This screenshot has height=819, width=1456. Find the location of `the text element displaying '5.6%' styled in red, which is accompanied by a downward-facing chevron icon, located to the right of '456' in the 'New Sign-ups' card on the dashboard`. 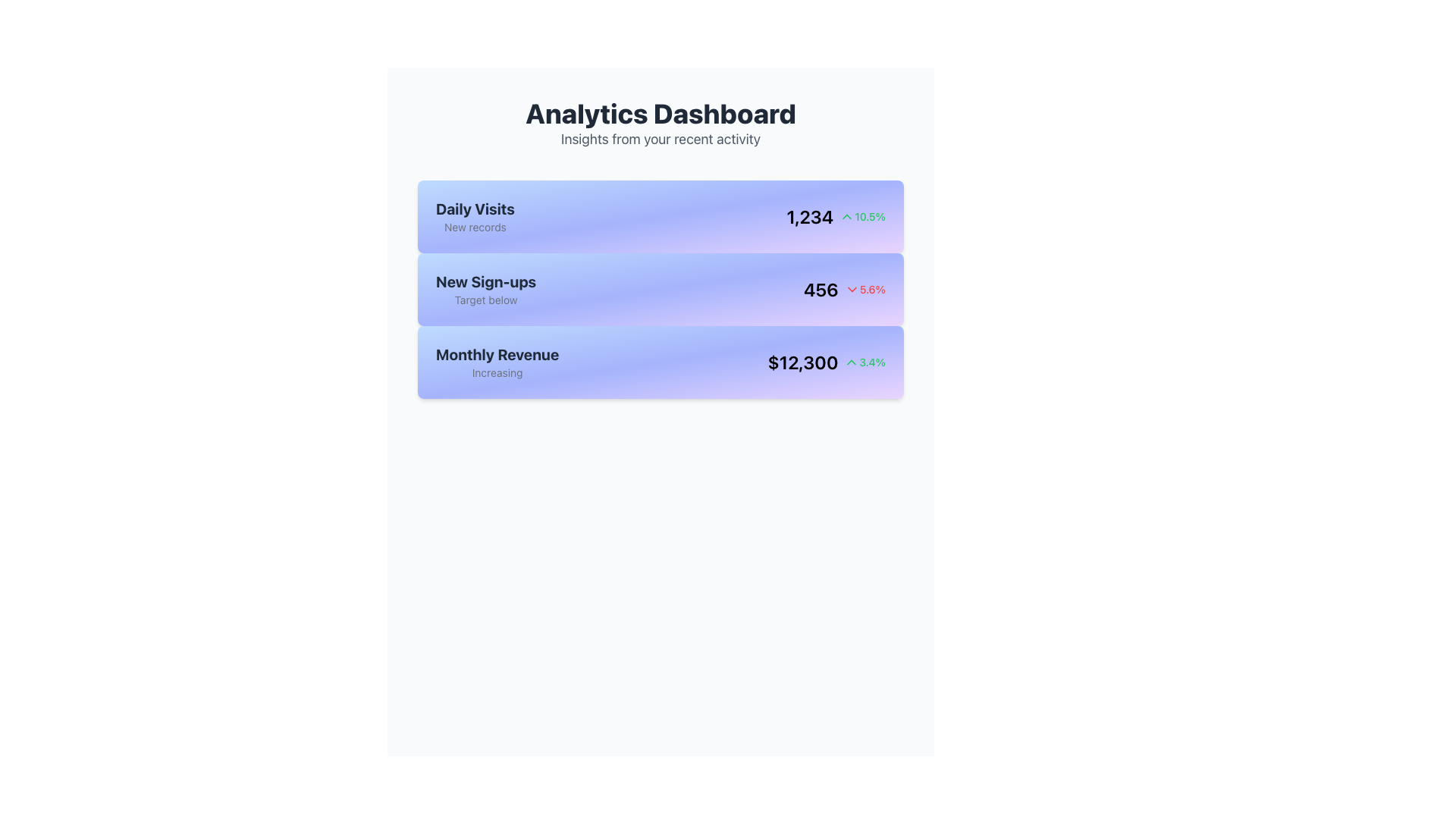

the text element displaying '5.6%' styled in red, which is accompanied by a downward-facing chevron icon, located to the right of '456' in the 'New Sign-ups' card on the dashboard is located at coordinates (864, 289).